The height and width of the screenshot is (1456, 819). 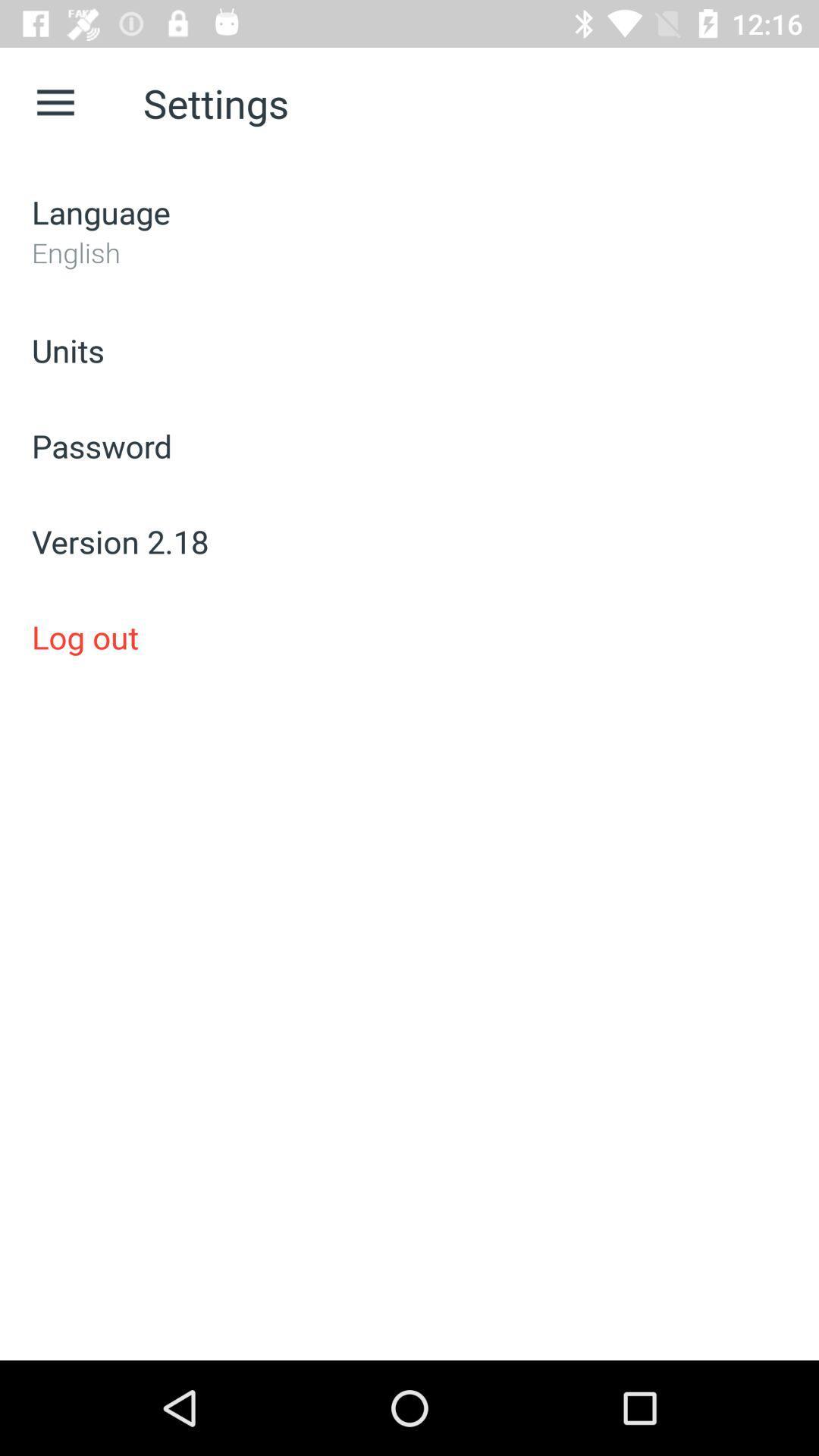 What do you see at coordinates (409, 349) in the screenshot?
I see `item below the english icon` at bounding box center [409, 349].